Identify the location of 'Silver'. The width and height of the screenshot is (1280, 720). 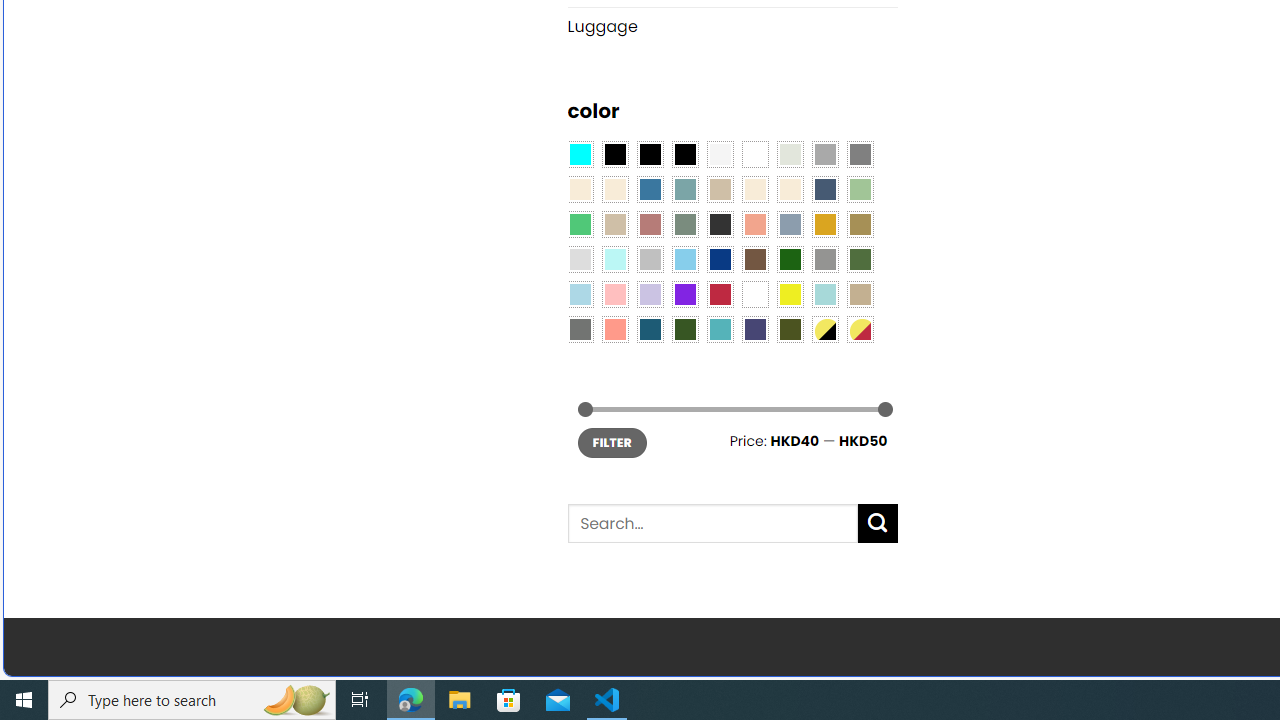
(650, 258).